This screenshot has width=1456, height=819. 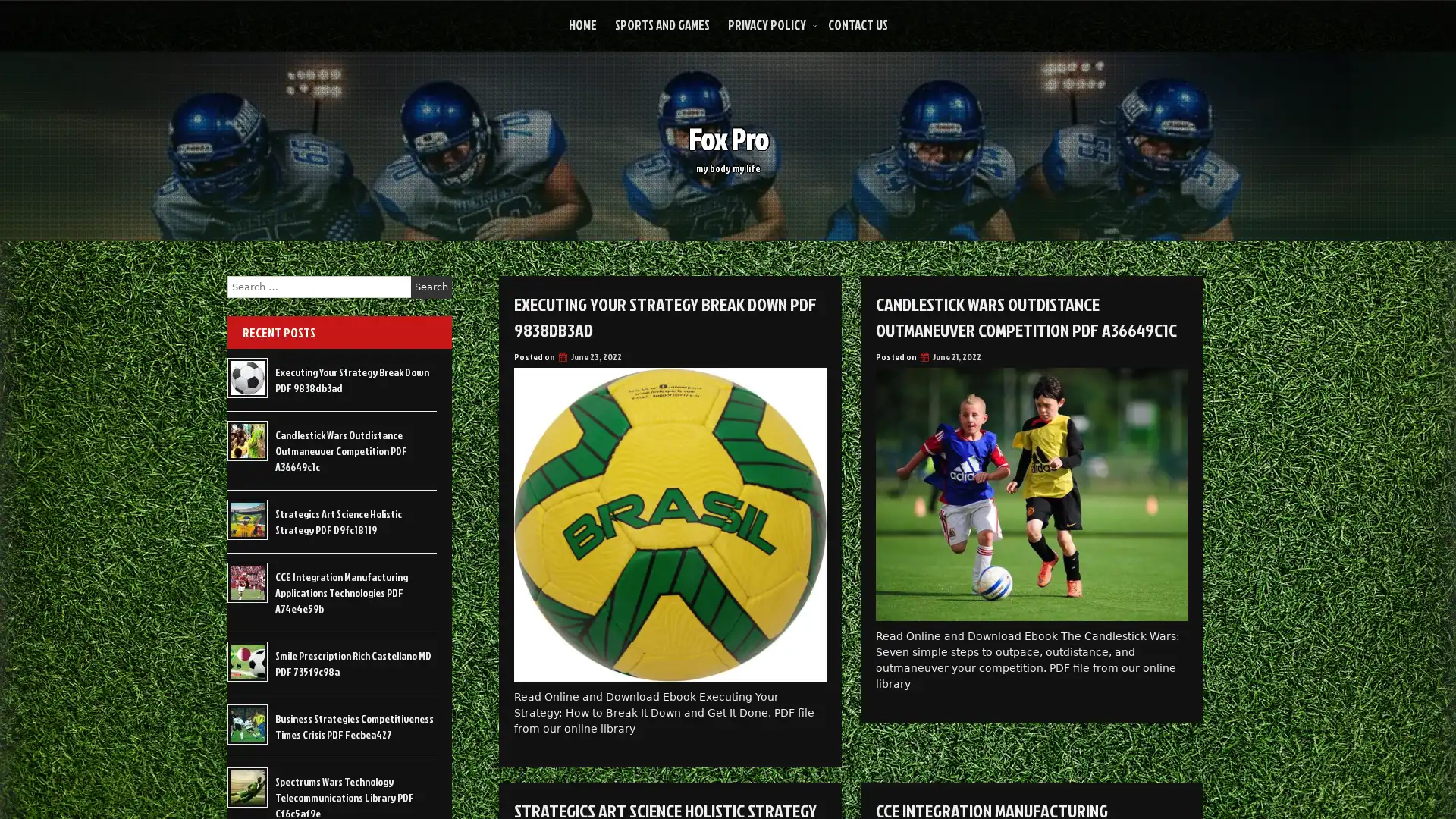 What do you see at coordinates (431, 287) in the screenshot?
I see `Search` at bounding box center [431, 287].